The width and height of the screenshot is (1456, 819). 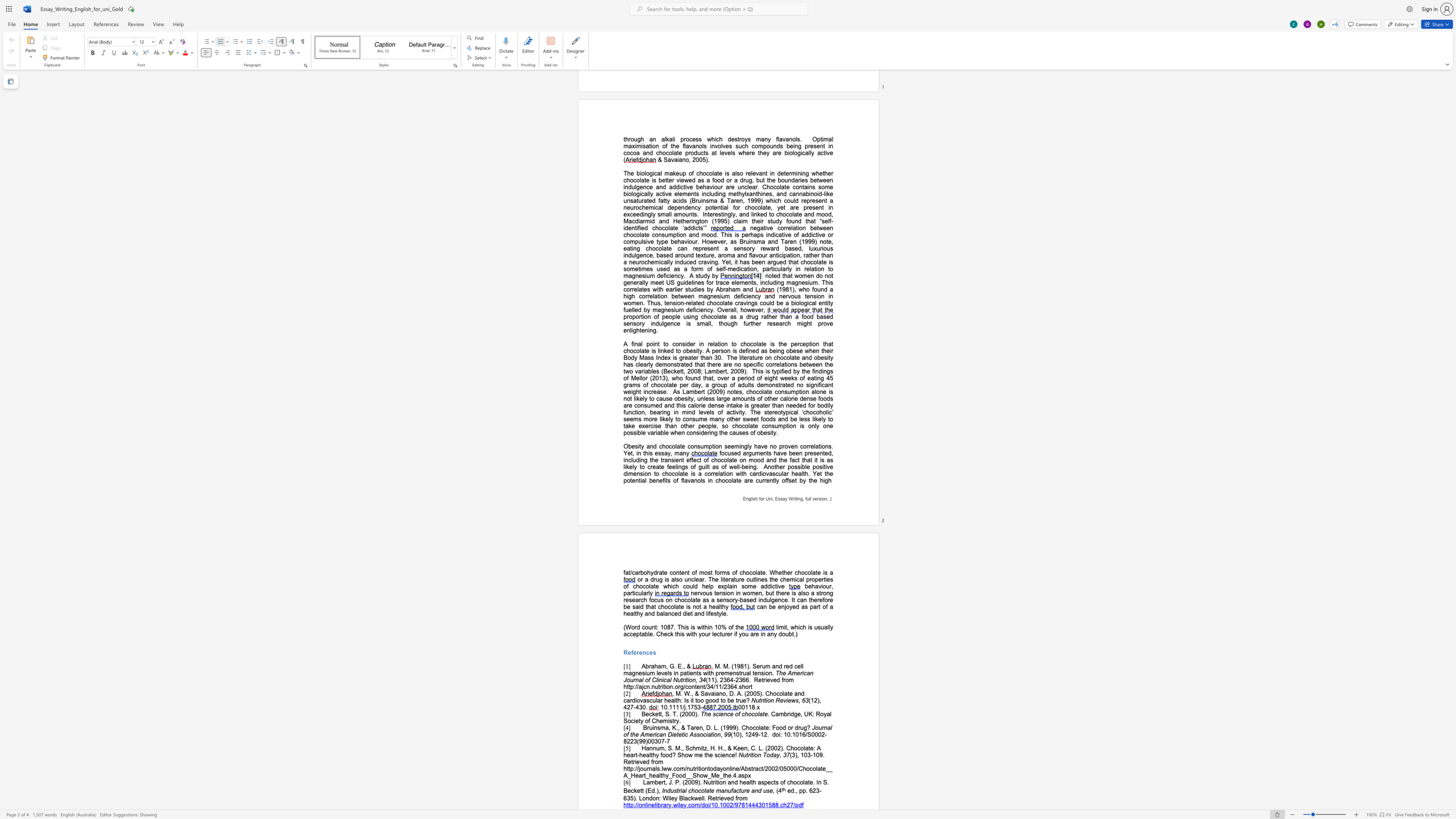 I want to click on the space between the continuous character "0" and "2" in the text, so click(x=821, y=734).